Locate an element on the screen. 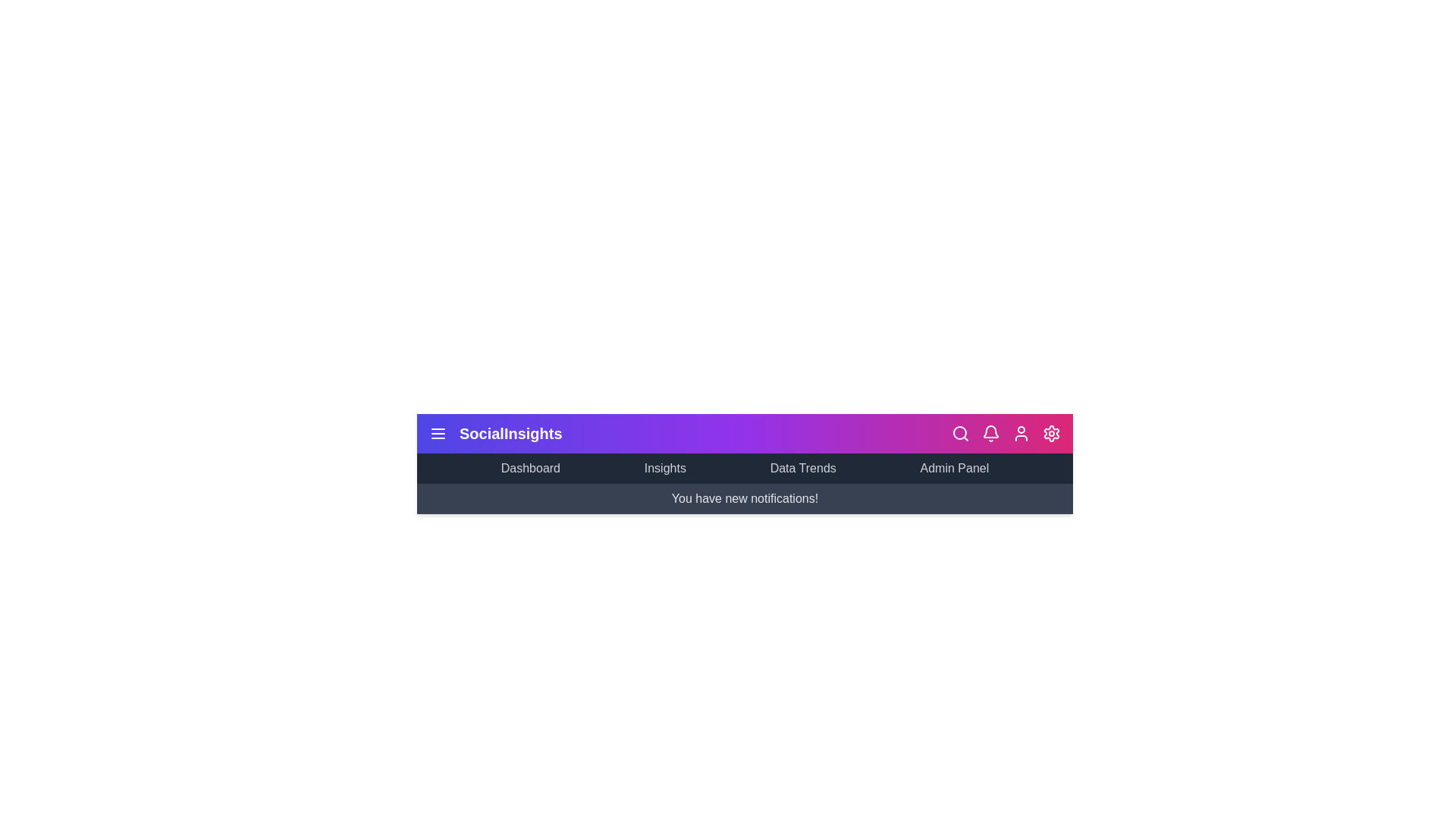 The width and height of the screenshot is (1456, 819). the 'User' icon to interact with it is located at coordinates (1021, 433).